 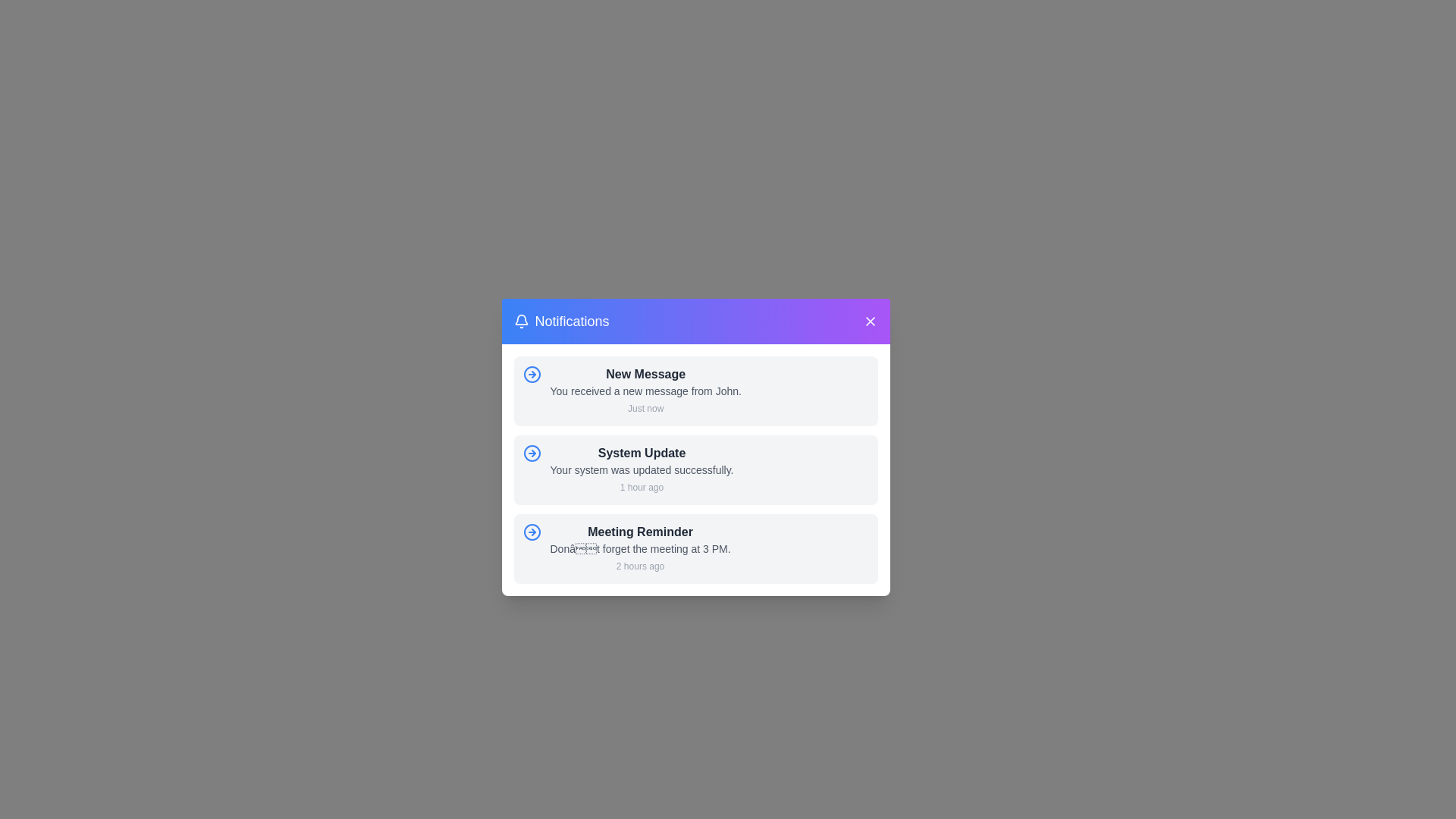 I want to click on the text label displaying 'Just now' in light gray font, located under the message content in the notification titled 'New Message', so click(x=645, y=408).